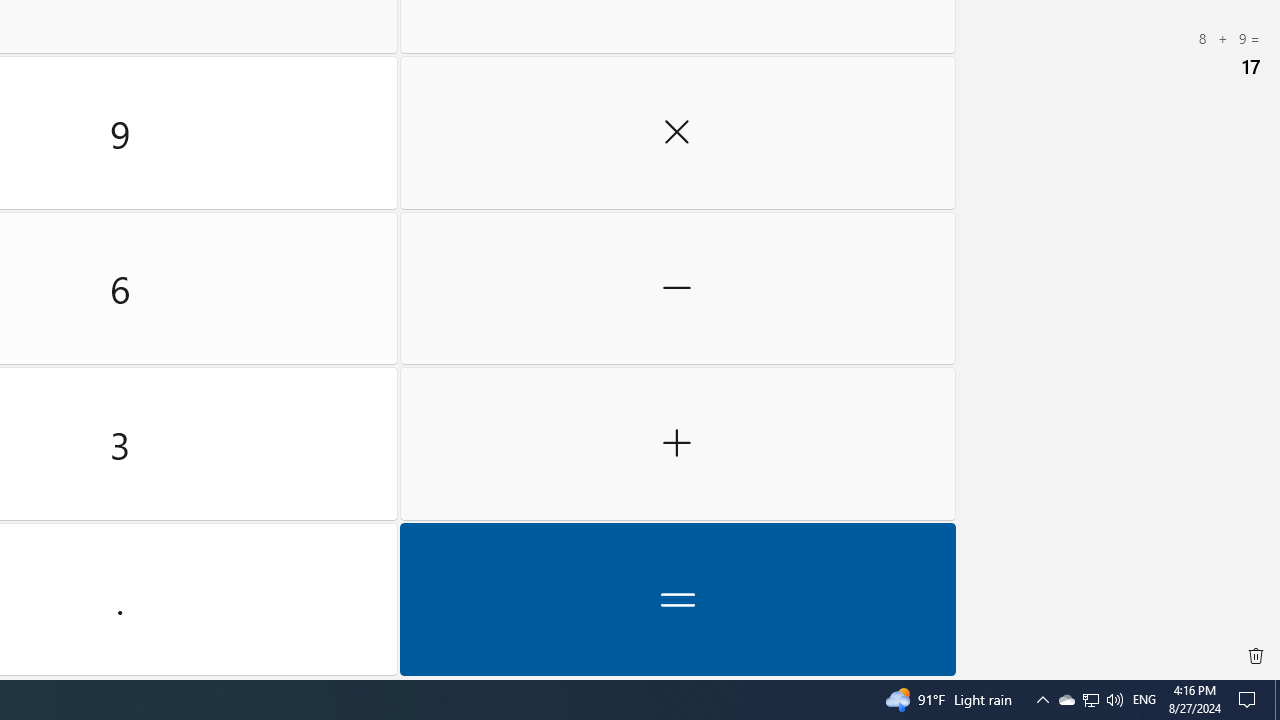 The height and width of the screenshot is (720, 1280). I want to click on 'Clear all history', so click(1255, 655).